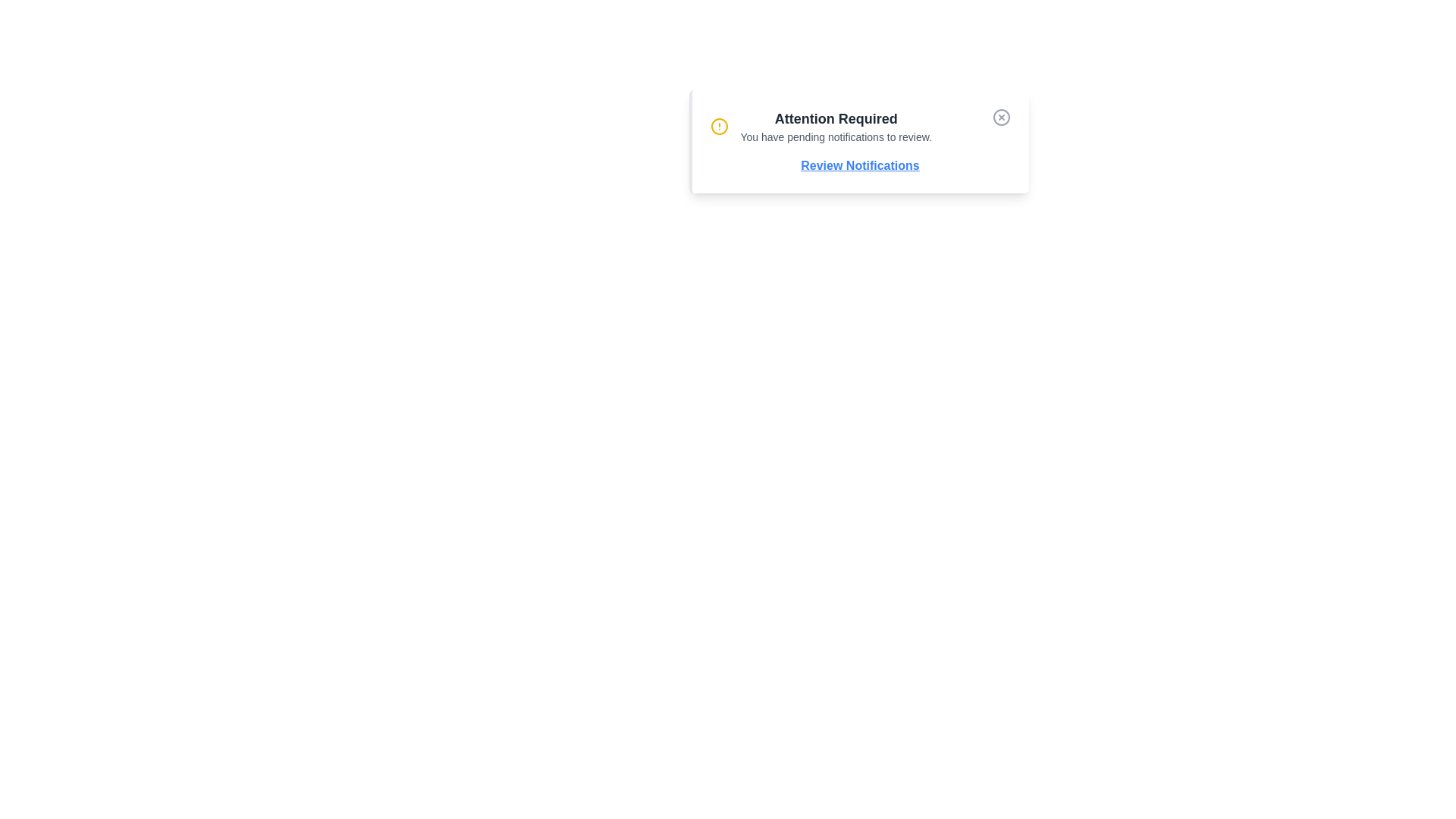 This screenshot has height=819, width=1456. I want to click on the 'Review Notifications' hyperlink, which is styled with blue-colored, underlined text and is located in the lower portion of a notification card, so click(860, 166).